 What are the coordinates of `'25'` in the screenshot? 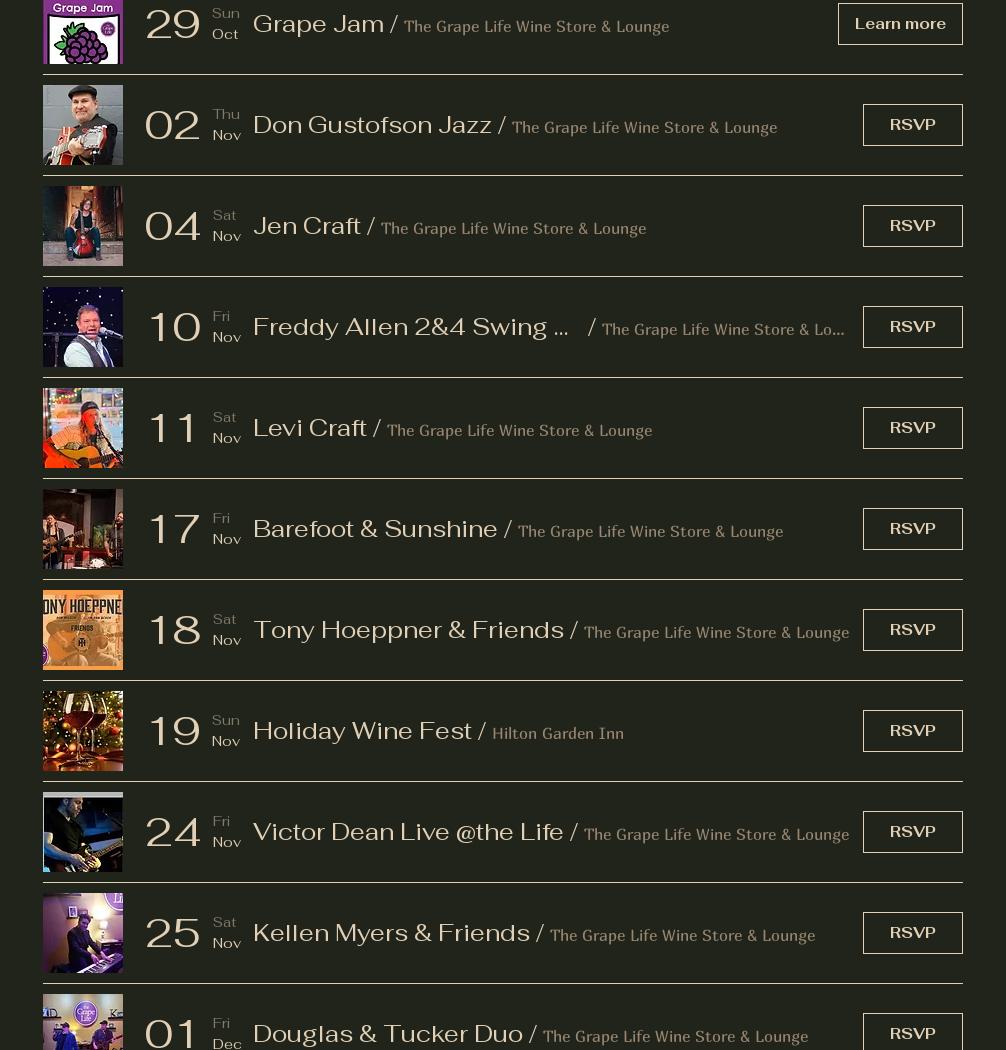 It's located at (173, 931).